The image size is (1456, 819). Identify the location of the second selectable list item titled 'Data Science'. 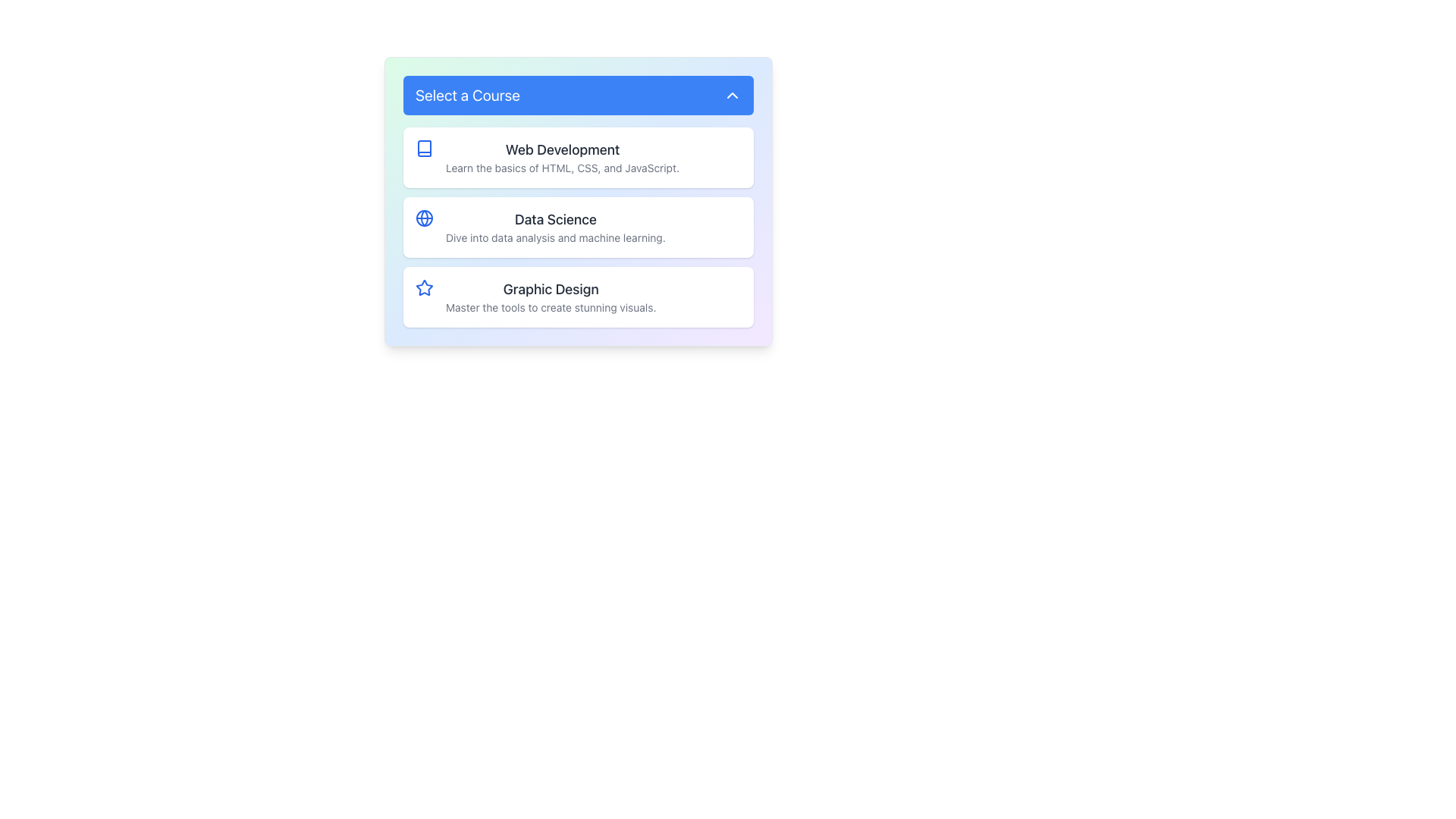
(578, 201).